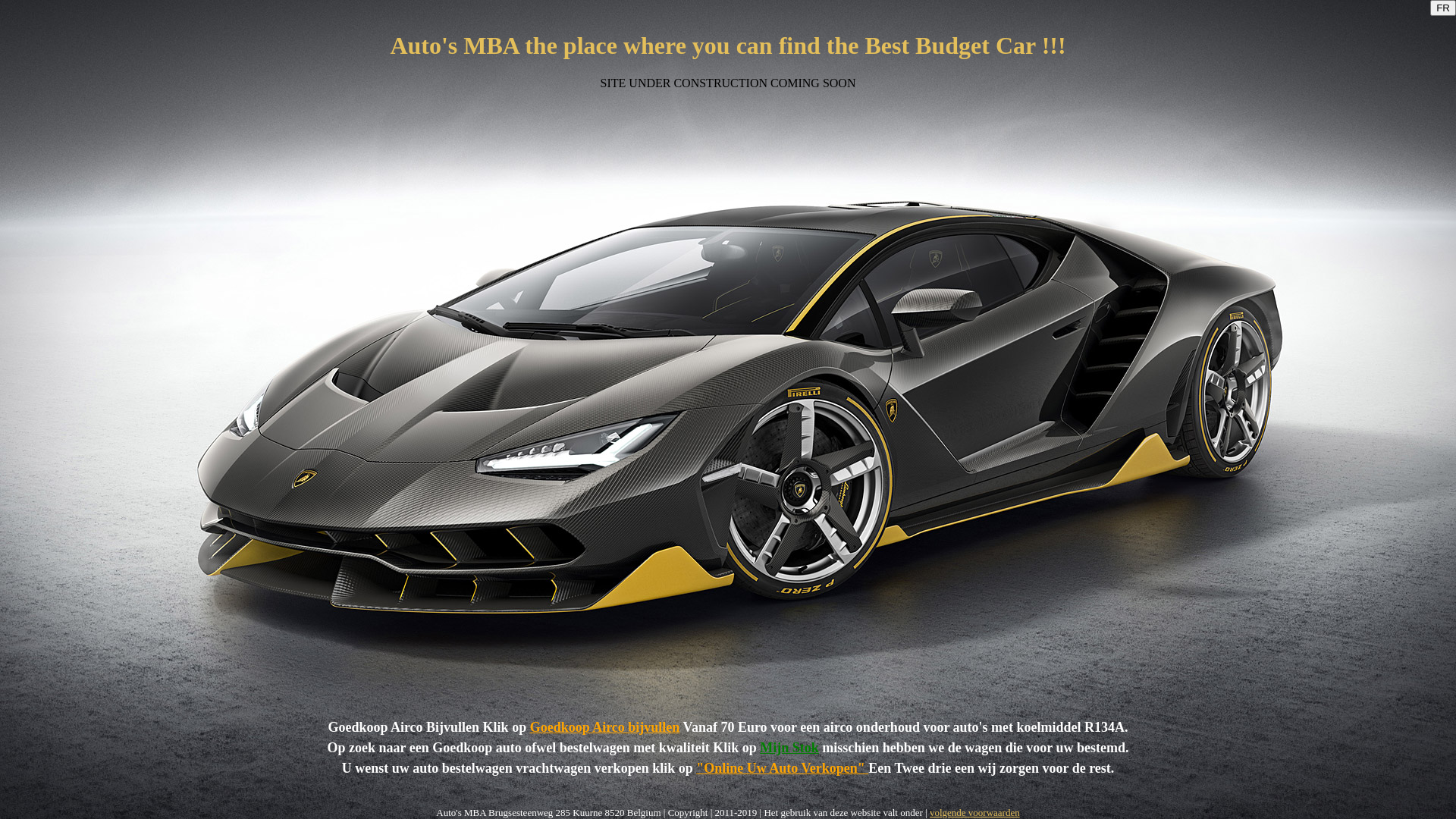  What do you see at coordinates (695, 768) in the screenshot?
I see `'"Online Uw Auto Verkopen"'` at bounding box center [695, 768].